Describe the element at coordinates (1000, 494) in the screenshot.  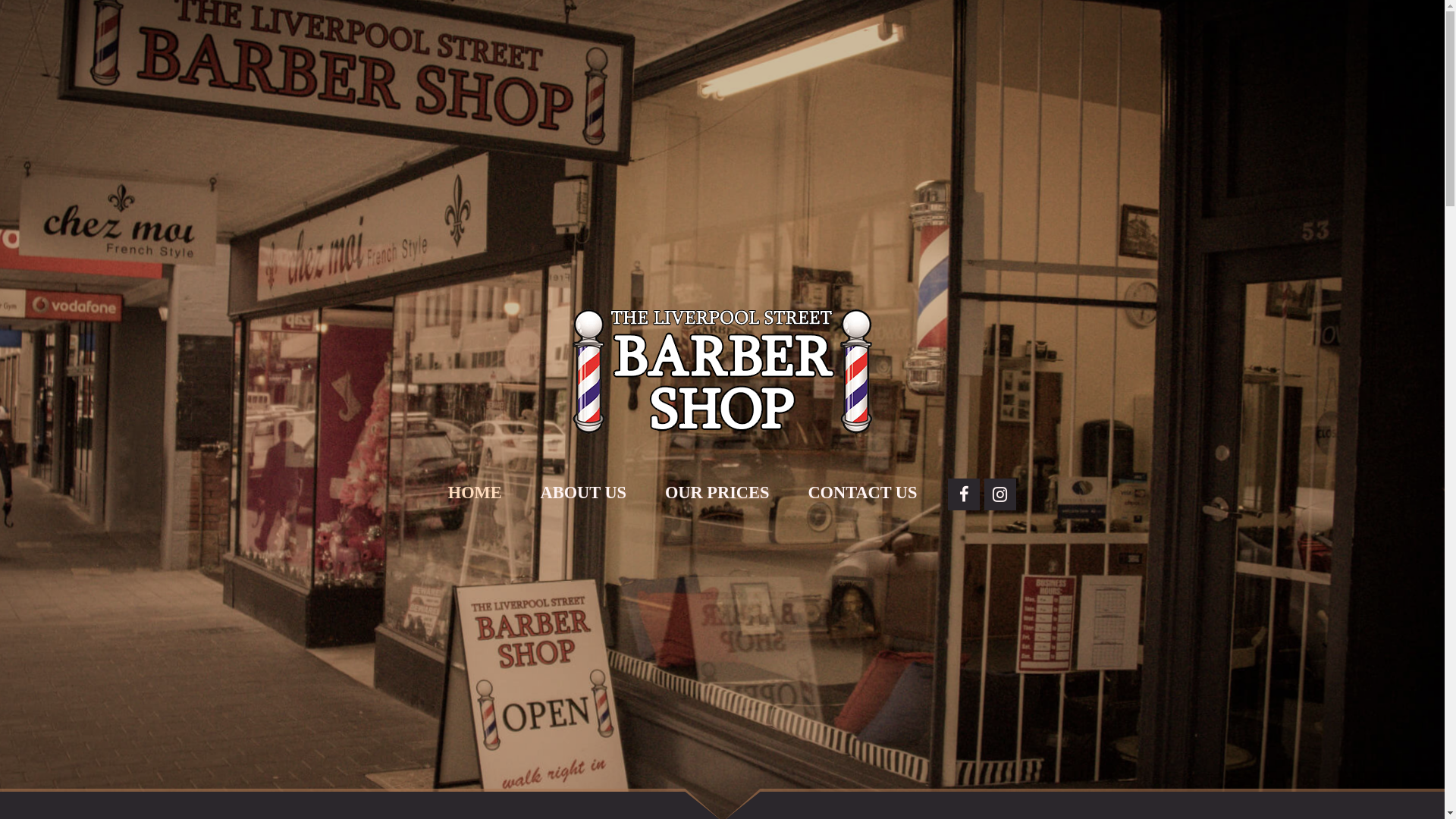
I see `'Instagram'` at that location.